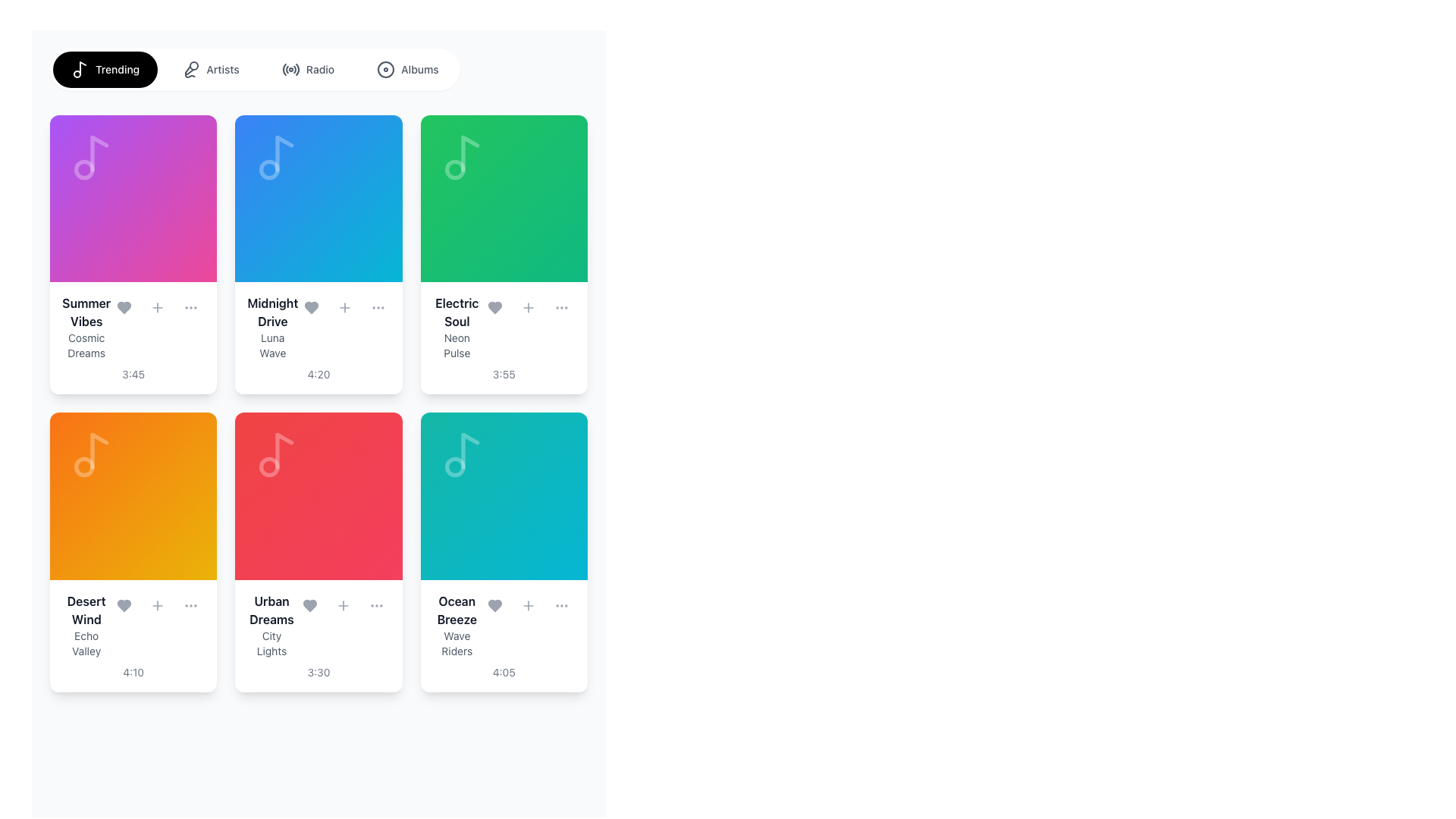 This screenshot has height=819, width=1456. What do you see at coordinates (124, 604) in the screenshot?
I see `the heart-shaped icon button located` at bounding box center [124, 604].